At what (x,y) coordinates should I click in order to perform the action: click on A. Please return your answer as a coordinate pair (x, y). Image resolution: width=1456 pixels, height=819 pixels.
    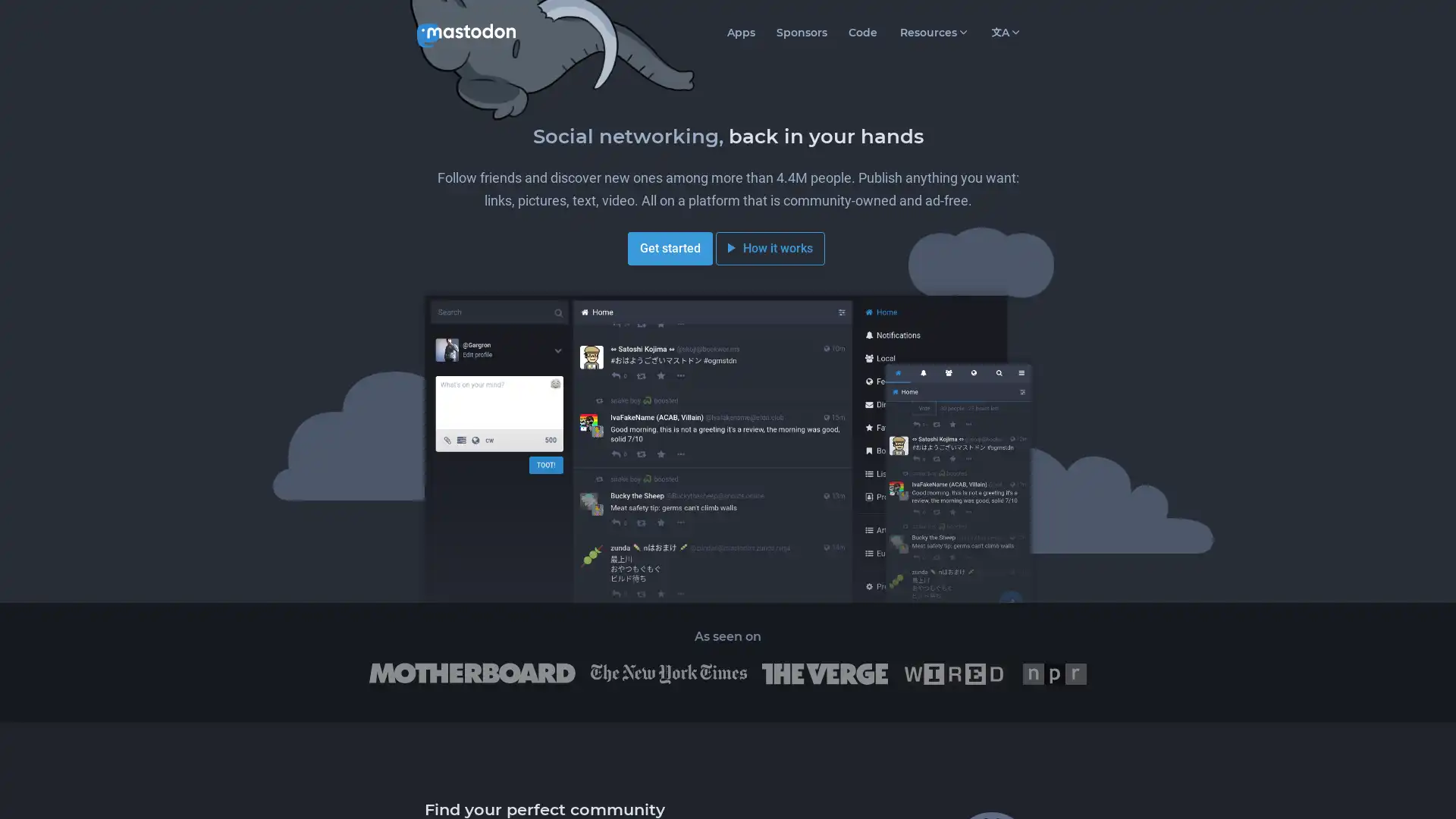
    Looking at the image, I should click on (1005, 32).